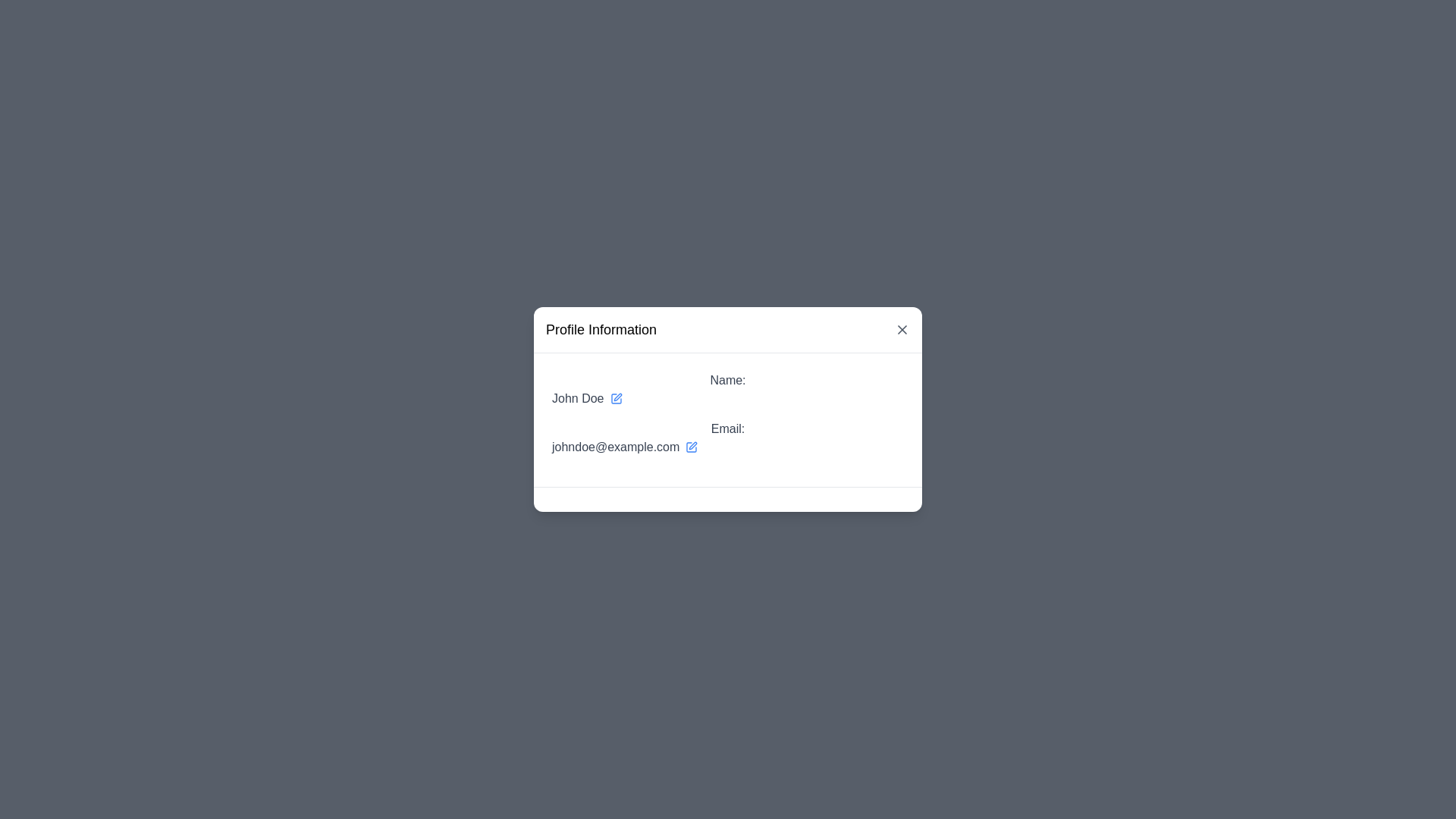 The image size is (1456, 819). What do you see at coordinates (617, 397) in the screenshot?
I see `the graphical icon located to the right of the 'John Doe' text, which allows the user to edit or modify the associated content` at bounding box center [617, 397].